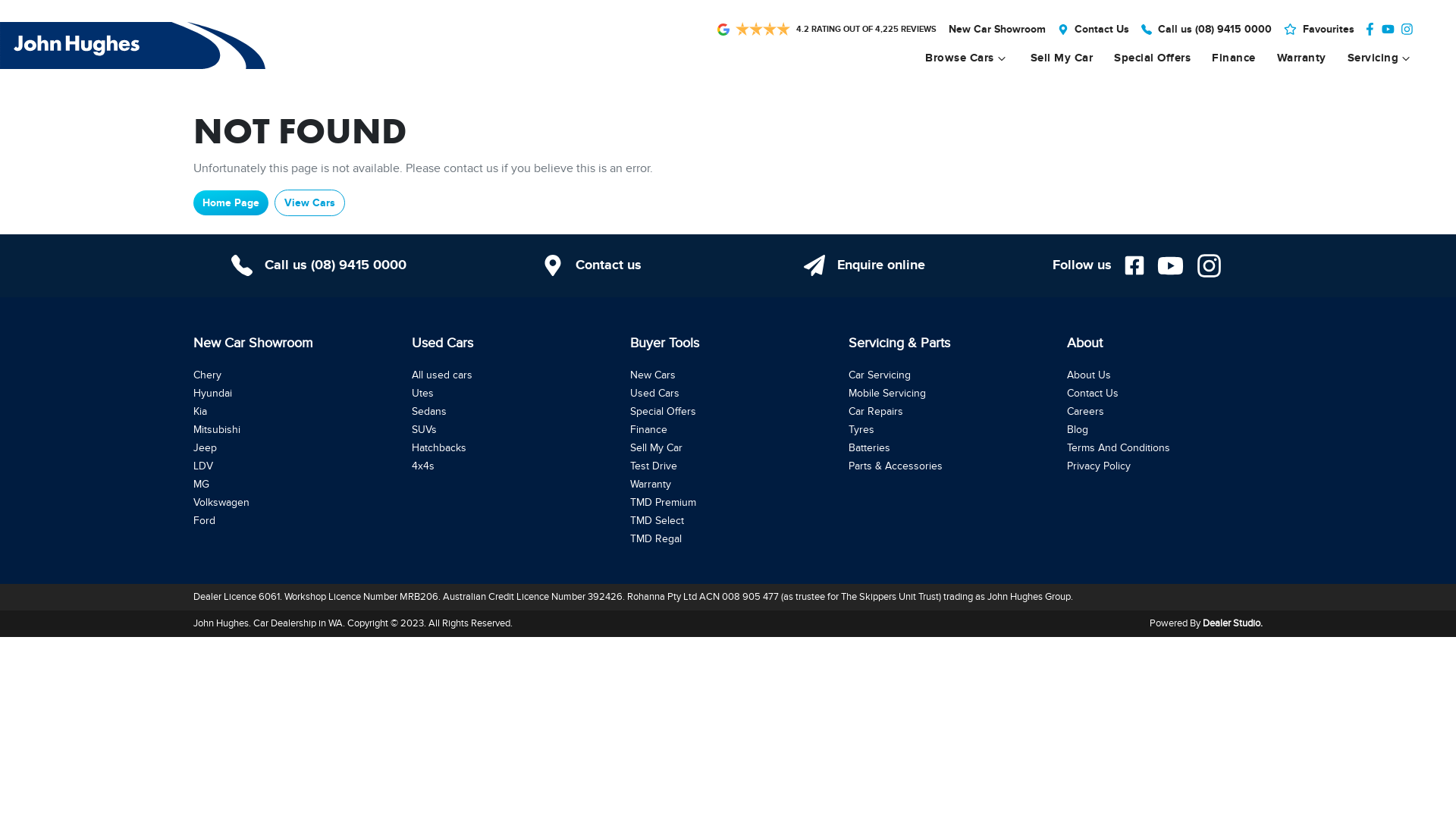 This screenshot has height=819, width=1456. Describe the element at coordinates (411, 447) in the screenshot. I see `'Hatchbacks'` at that location.